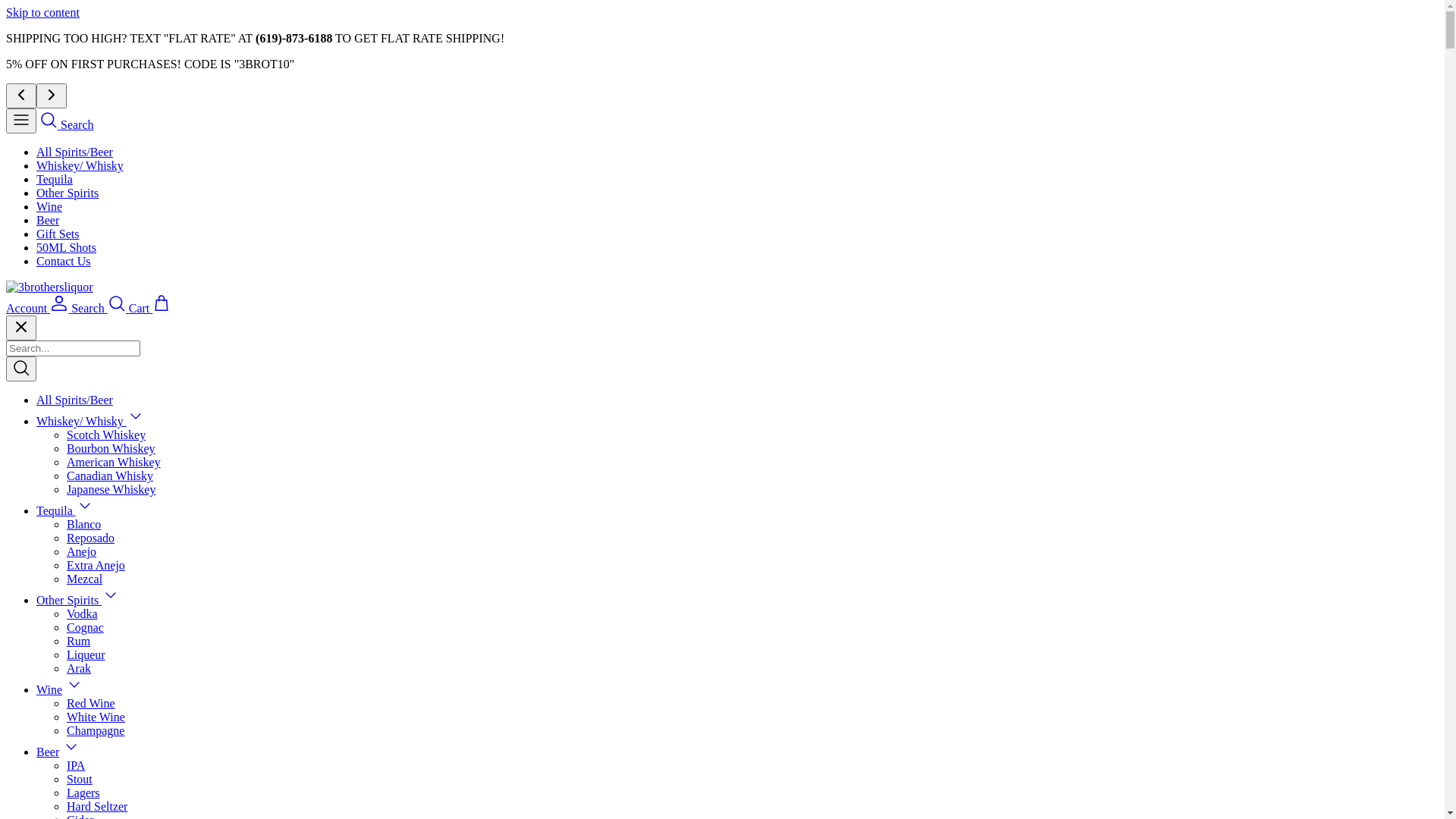  I want to click on '50ML Shots', so click(65, 246).